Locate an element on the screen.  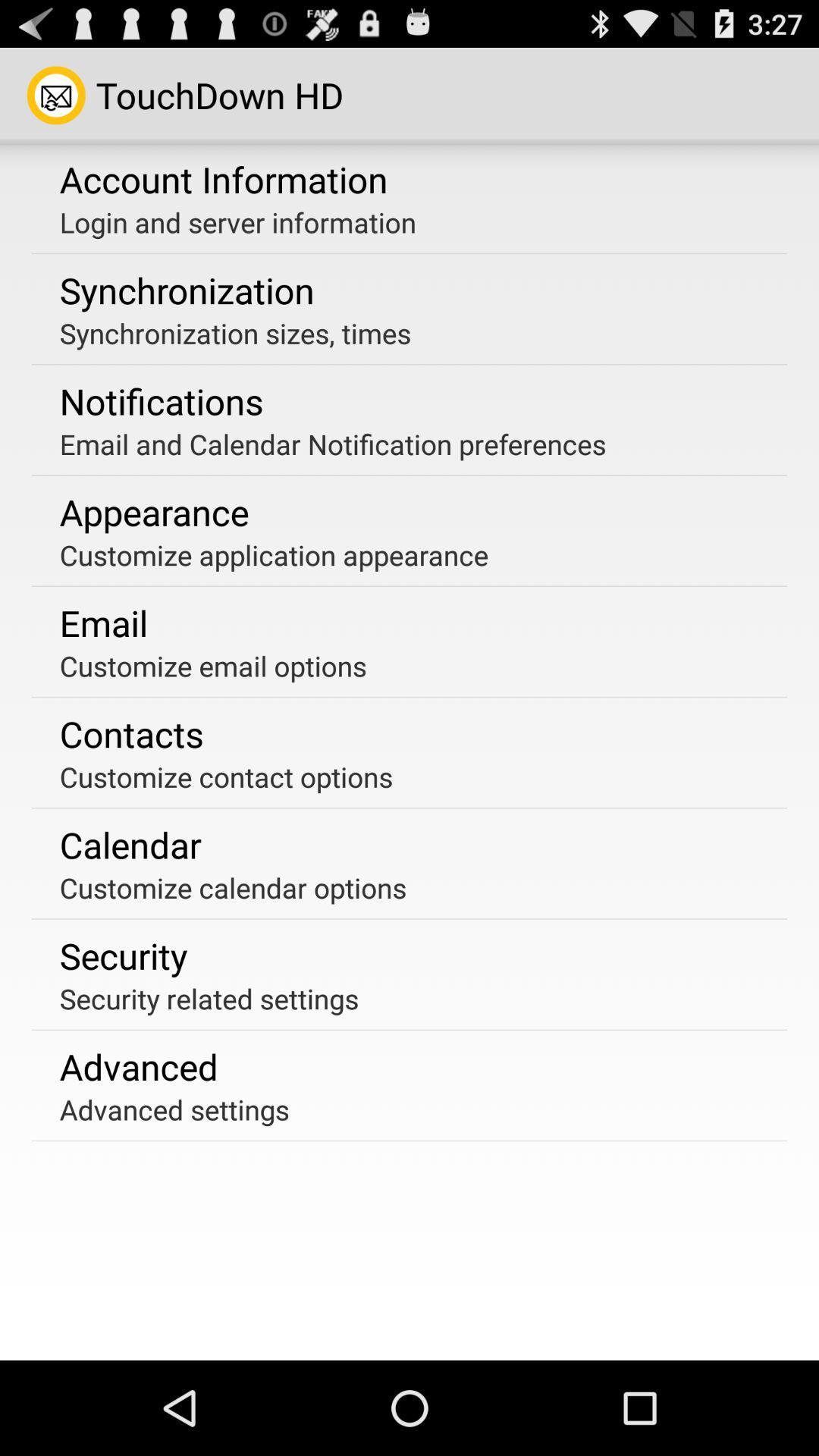
the notifications is located at coordinates (161, 401).